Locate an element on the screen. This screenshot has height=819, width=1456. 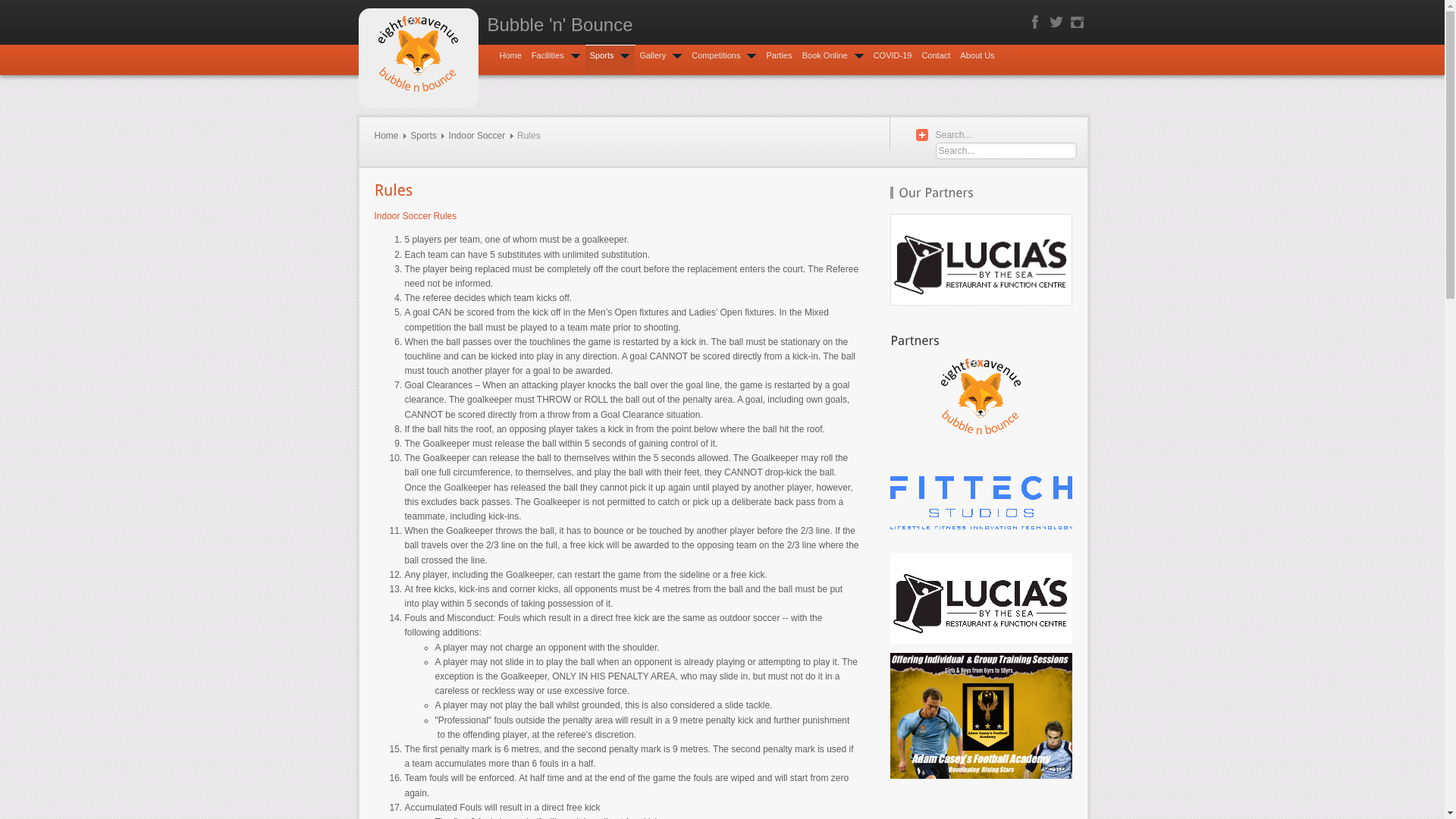
'Competitions' is located at coordinates (723, 60).